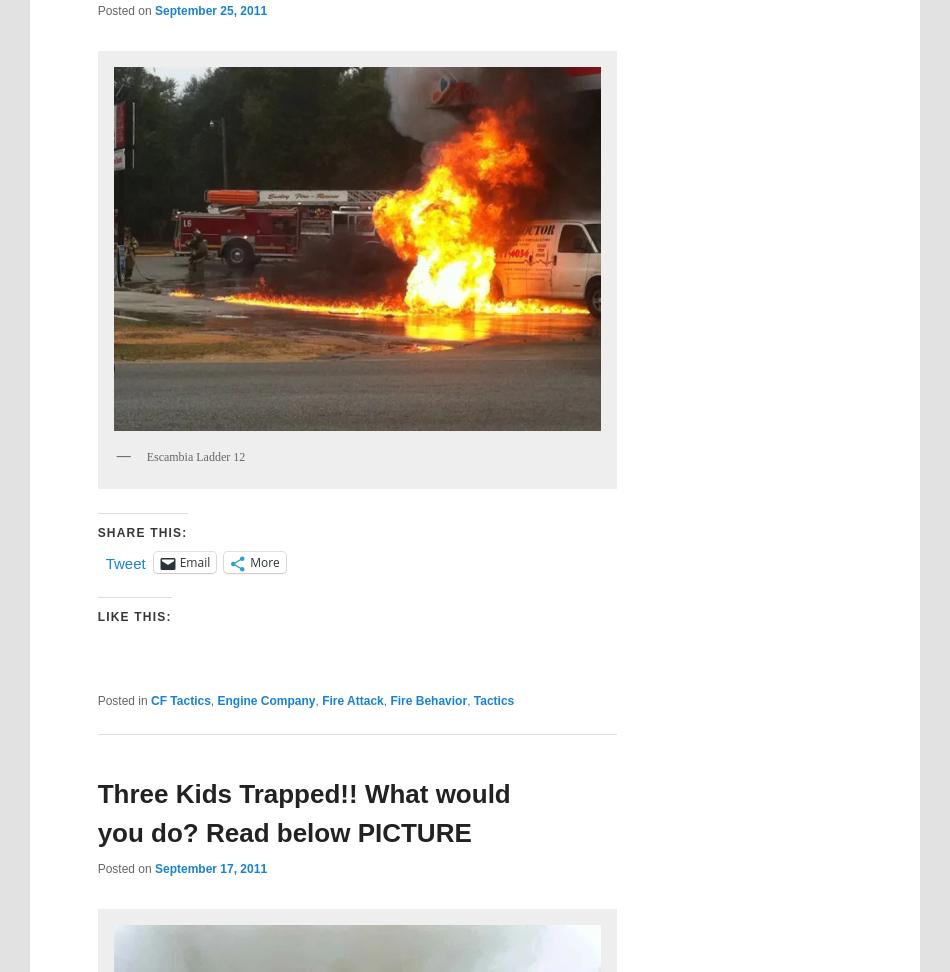  I want to click on 'Escambia Ladder 12', so click(195, 454).